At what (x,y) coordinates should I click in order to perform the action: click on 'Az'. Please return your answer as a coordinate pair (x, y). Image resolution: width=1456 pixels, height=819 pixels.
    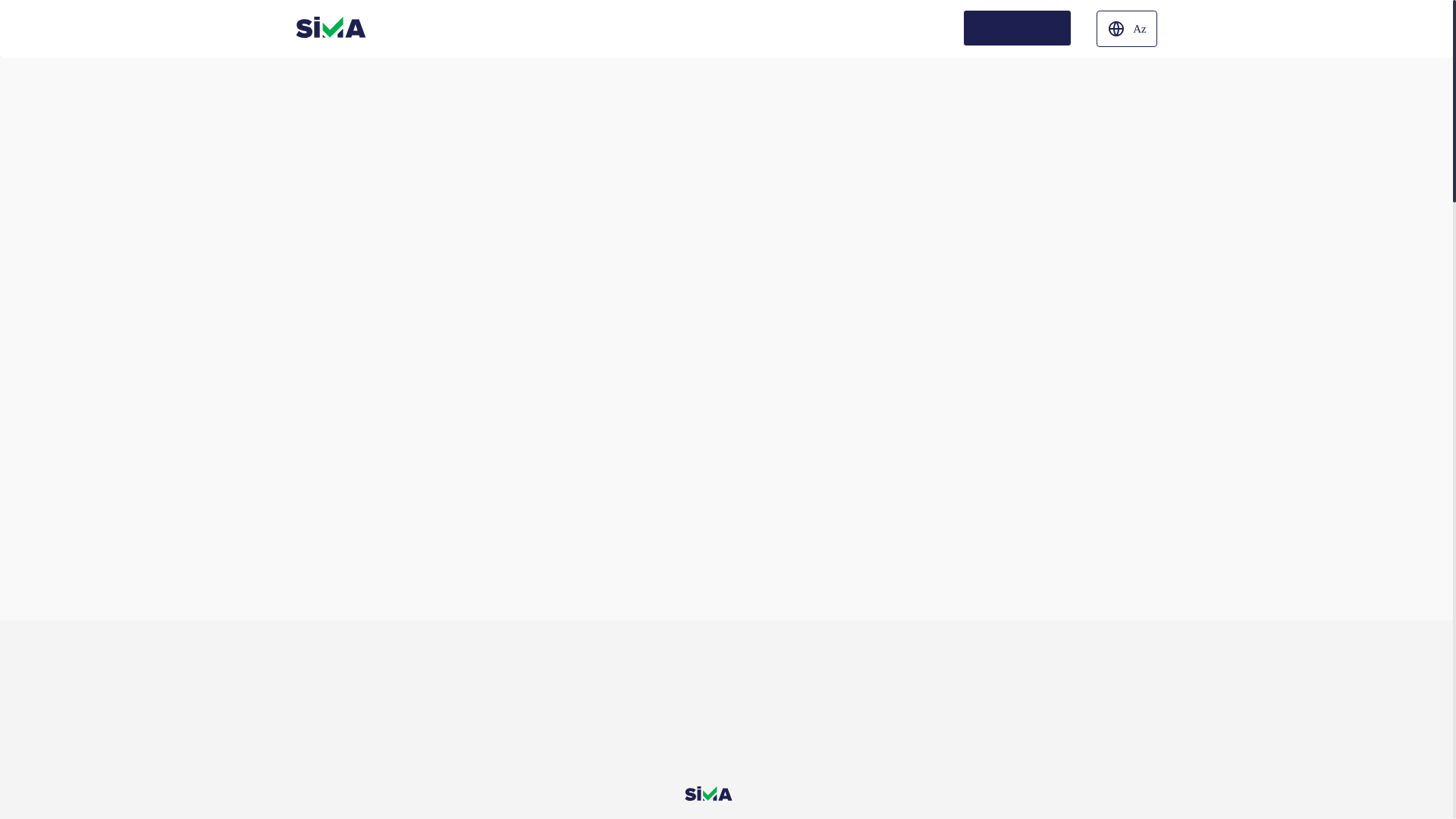
    Looking at the image, I should click on (1127, 29).